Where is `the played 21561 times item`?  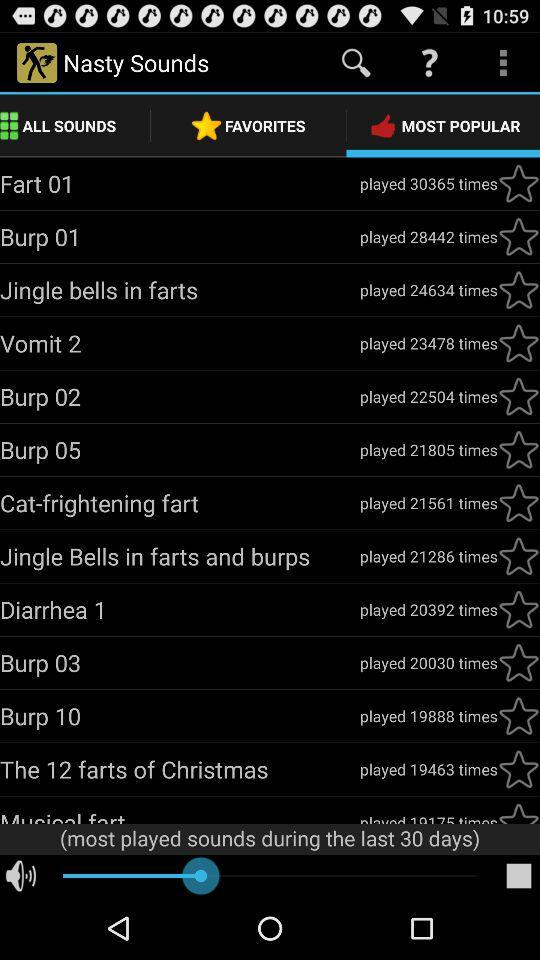
the played 21561 times item is located at coordinates (427, 502).